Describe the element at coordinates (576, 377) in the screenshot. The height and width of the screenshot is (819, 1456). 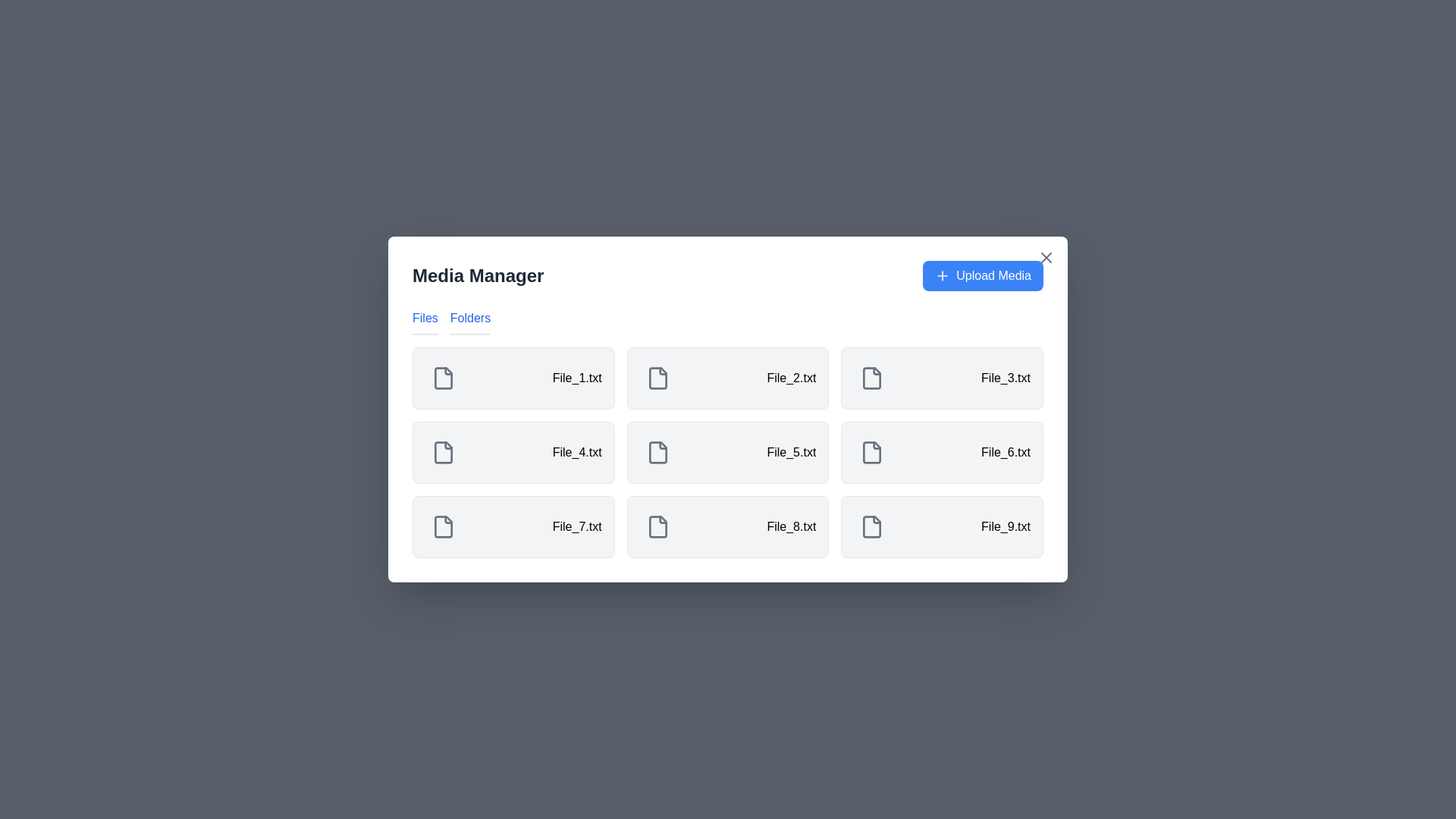
I see `the text label displaying 'File_1.txt' in the file manager grid, as it has functionality attached to it` at that location.